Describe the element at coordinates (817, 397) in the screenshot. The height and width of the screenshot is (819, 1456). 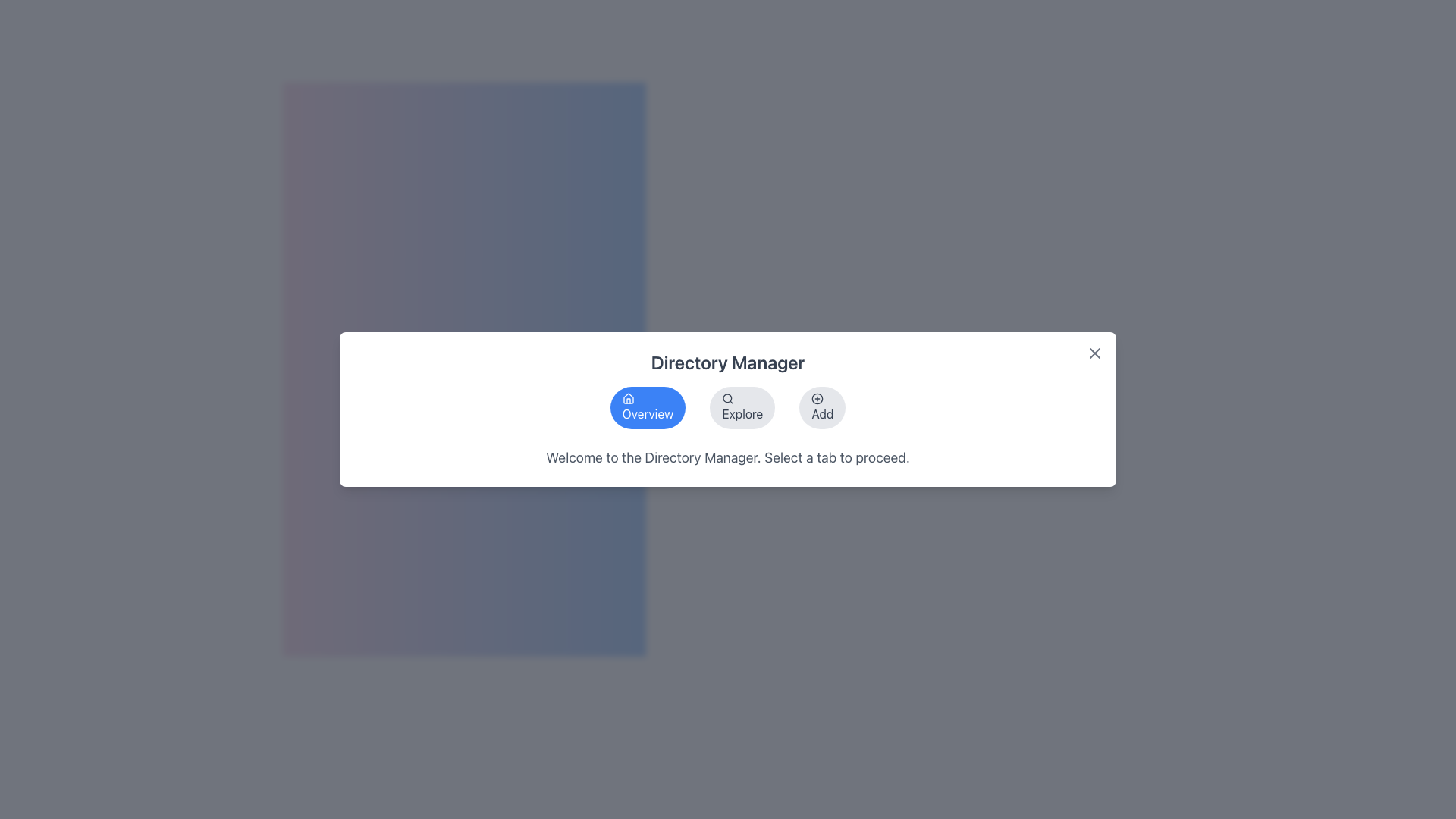
I see `the 'Add' button icon within the Directory Manager modal` at that location.